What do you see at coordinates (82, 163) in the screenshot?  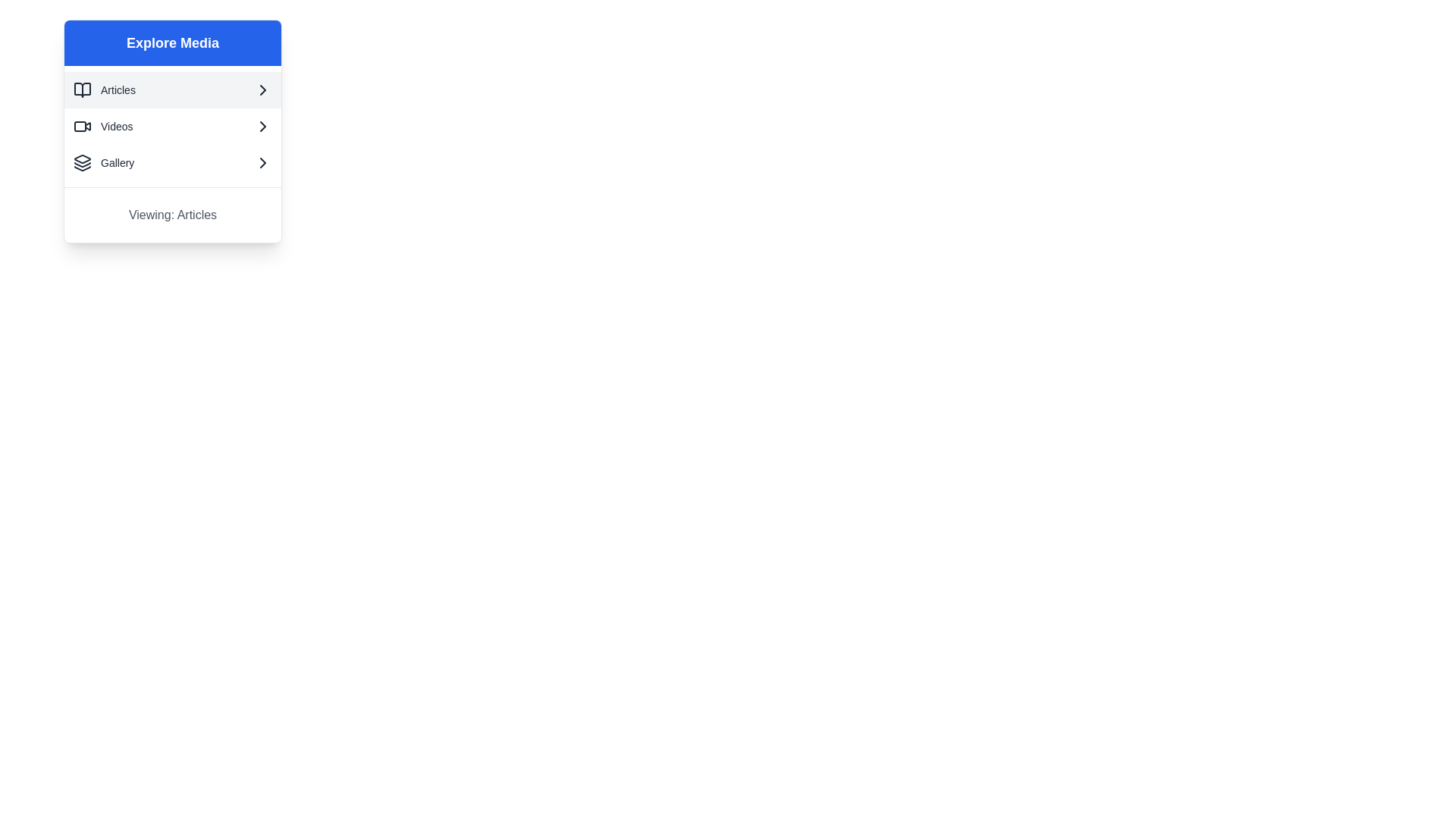 I see `the Gallery icon located at the leftmost position of the Gallery menu item in the sidebar interface for recognition` at bounding box center [82, 163].